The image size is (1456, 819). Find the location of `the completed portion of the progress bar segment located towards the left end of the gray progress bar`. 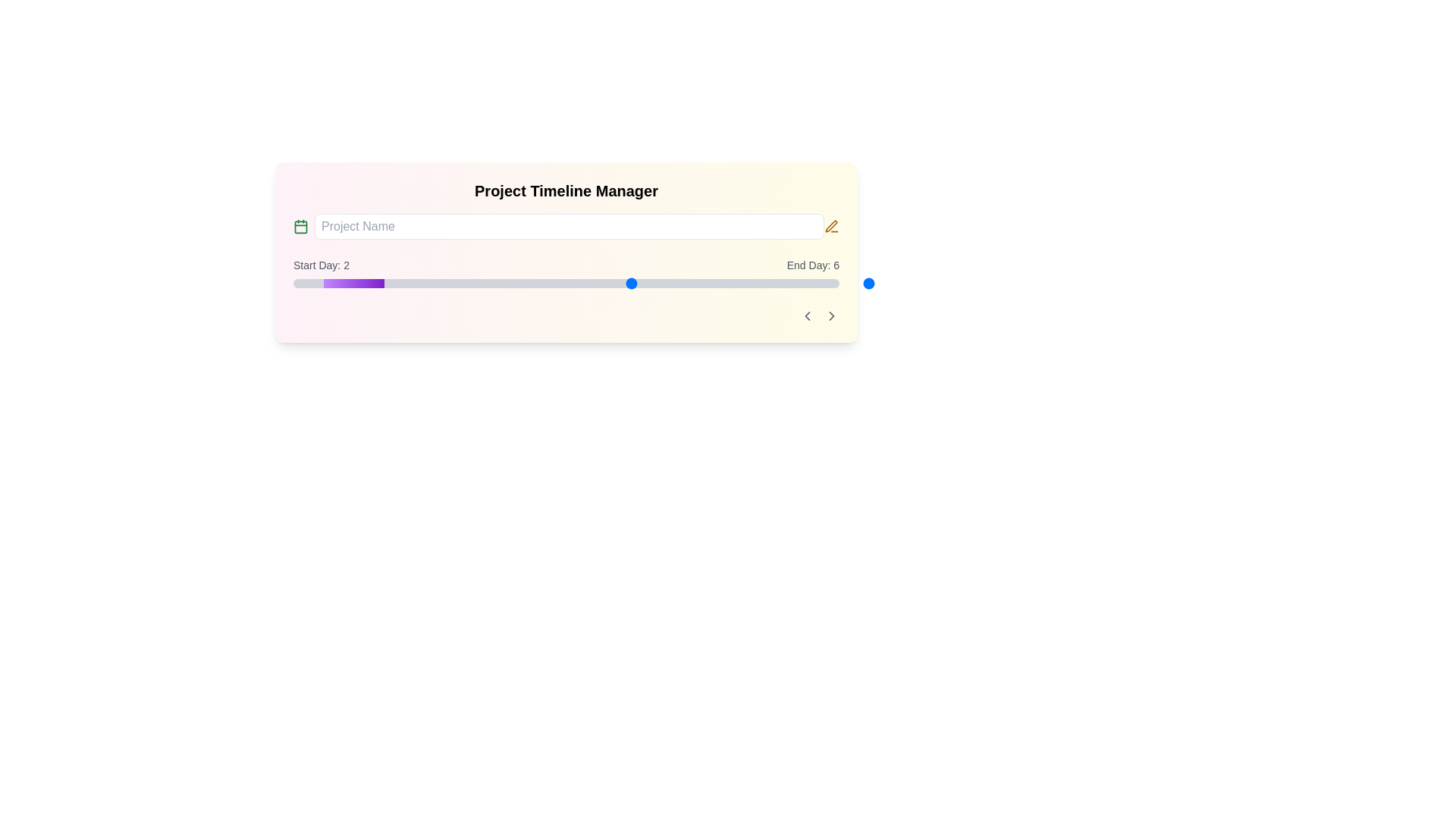

the completed portion of the progress bar segment located towards the left end of the gray progress bar is located at coordinates (353, 284).